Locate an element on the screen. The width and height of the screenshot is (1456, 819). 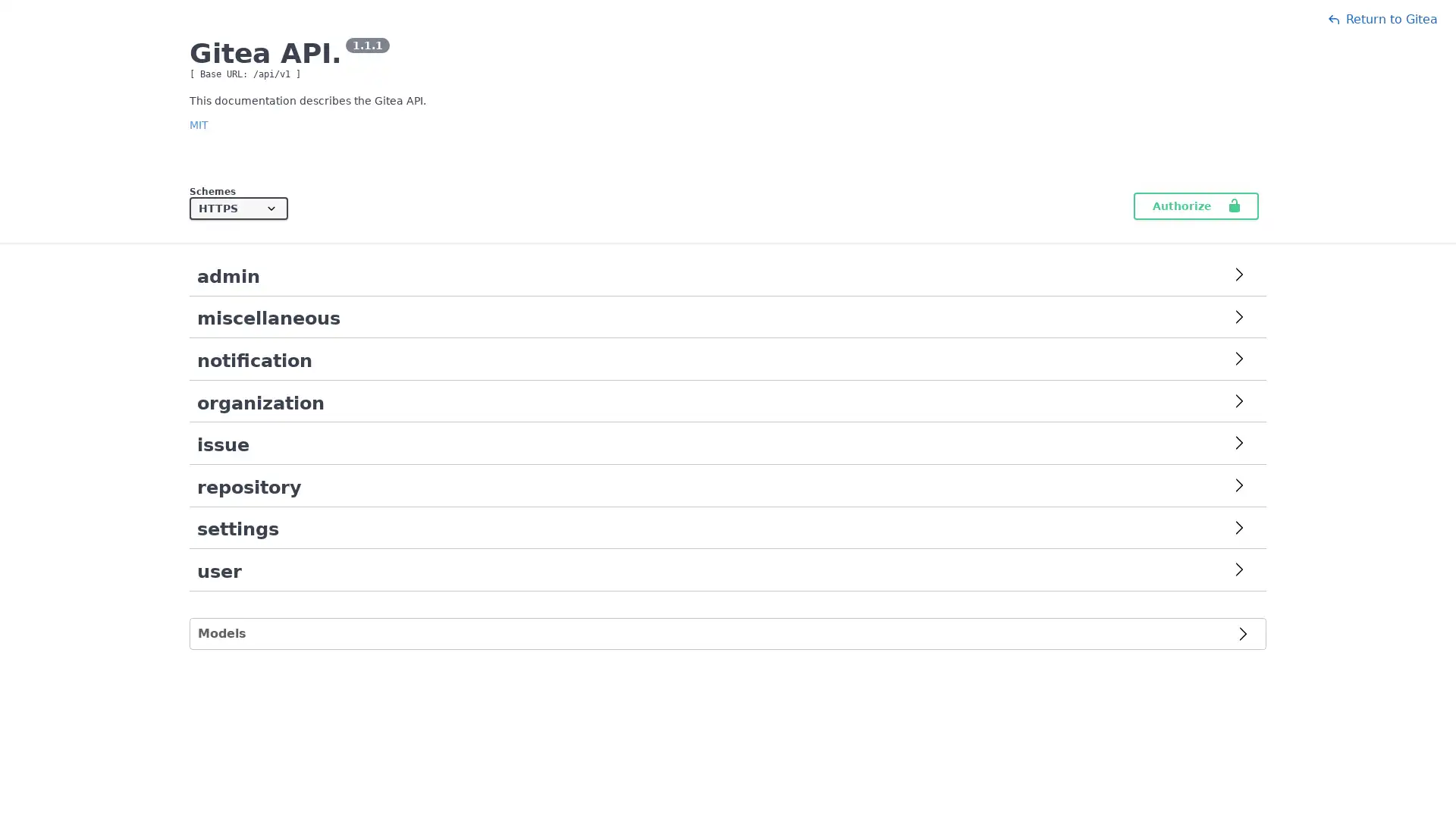
Expand operation is located at coordinates (1238, 276).